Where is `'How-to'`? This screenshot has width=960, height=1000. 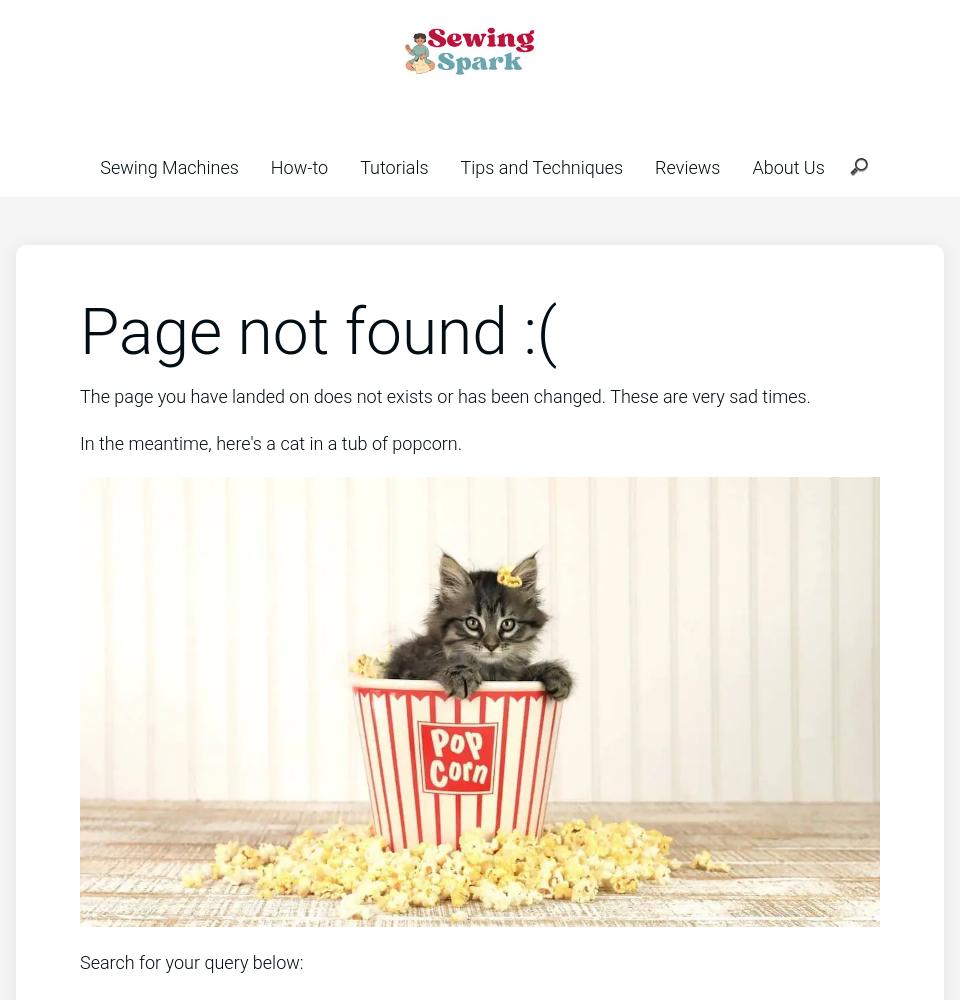 'How-to' is located at coordinates (298, 167).